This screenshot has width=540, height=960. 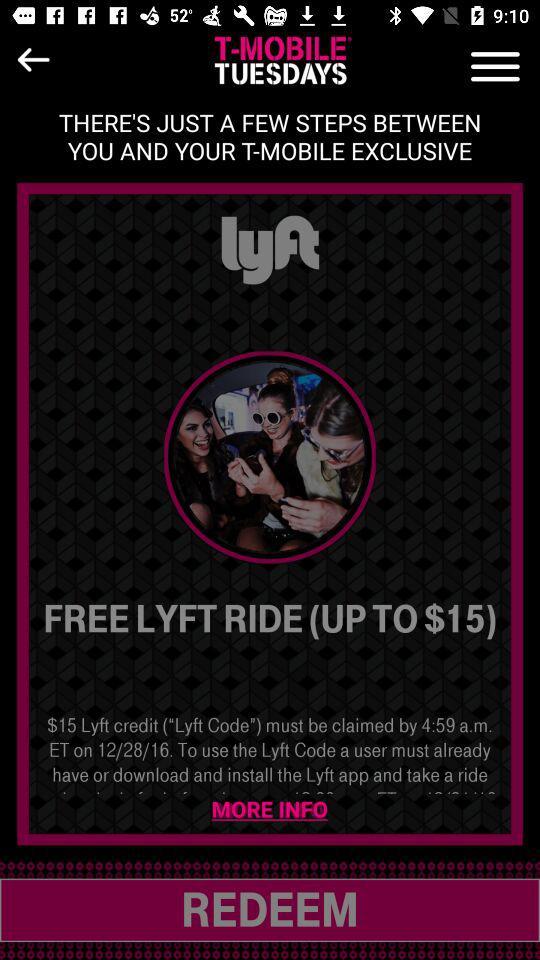 What do you see at coordinates (270, 810) in the screenshot?
I see `more info above redeem on the page` at bounding box center [270, 810].